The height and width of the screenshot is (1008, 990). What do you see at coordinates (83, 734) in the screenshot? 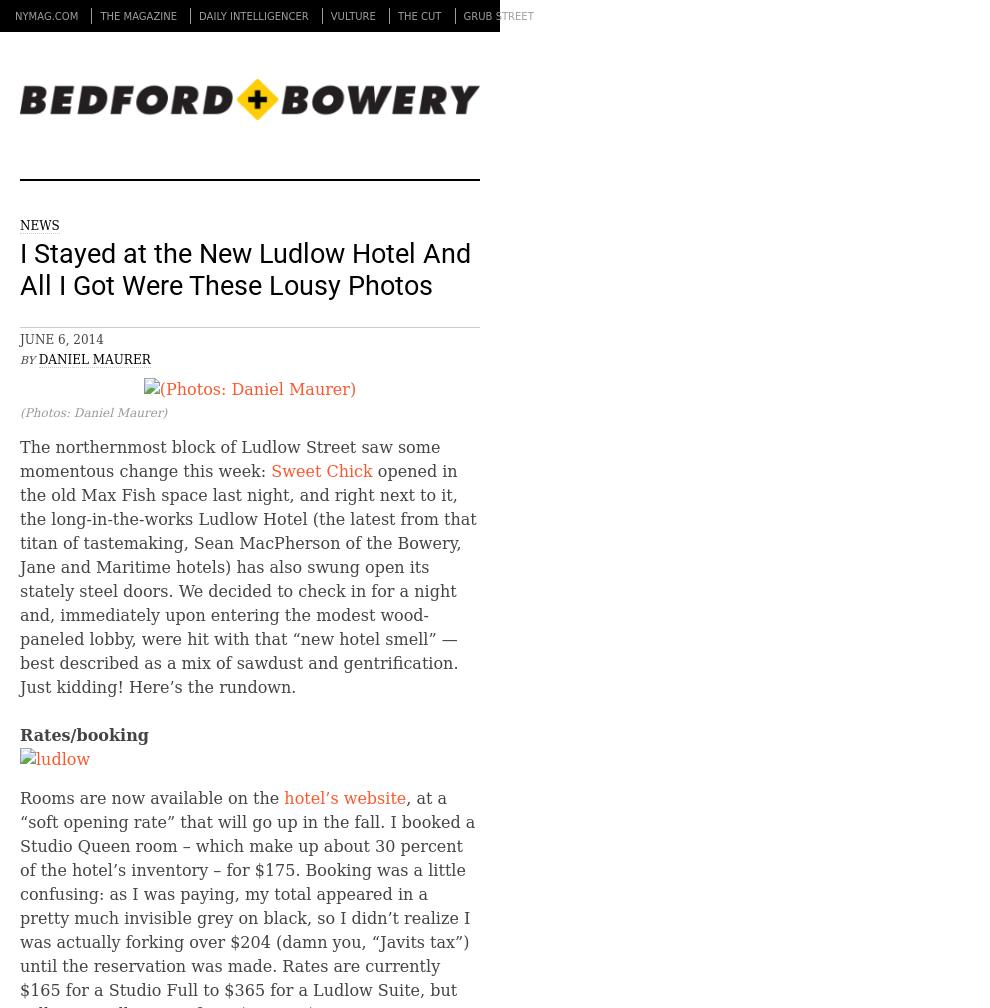
I see `'Rates/booking'` at bounding box center [83, 734].